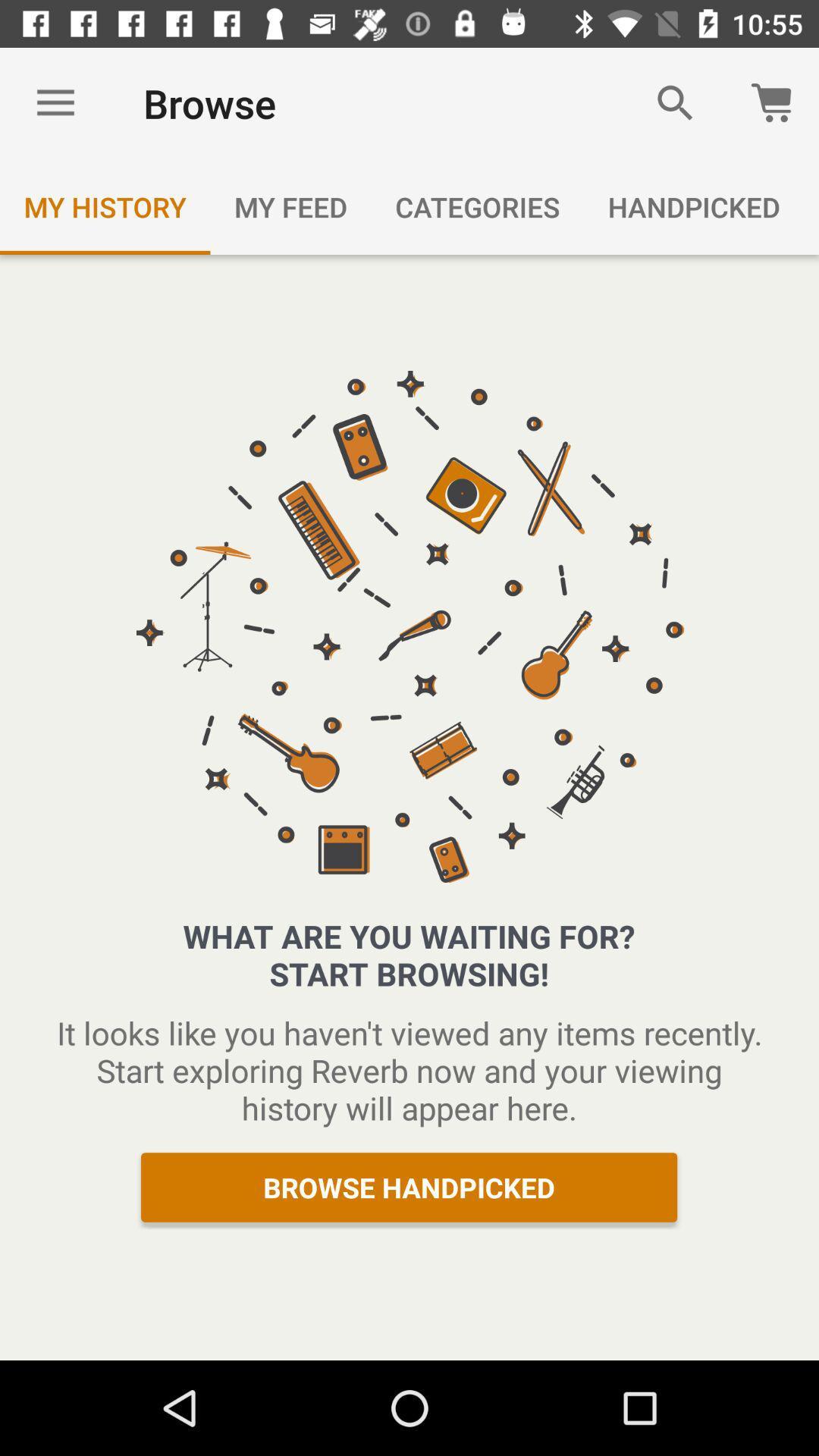 The height and width of the screenshot is (1456, 819). Describe the element at coordinates (675, 102) in the screenshot. I see `item above handpicked` at that location.